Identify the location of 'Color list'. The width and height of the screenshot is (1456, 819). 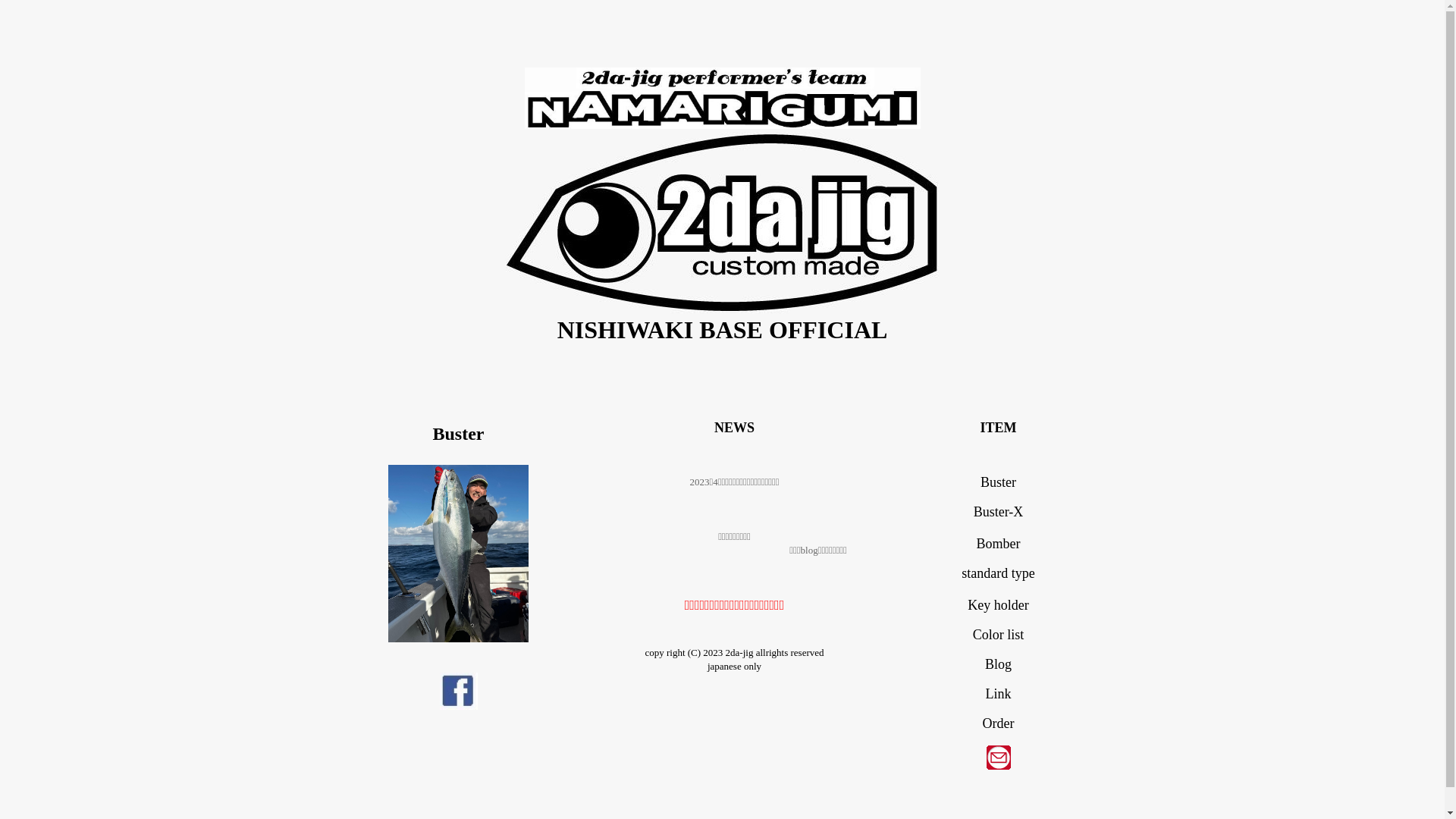
(972, 635).